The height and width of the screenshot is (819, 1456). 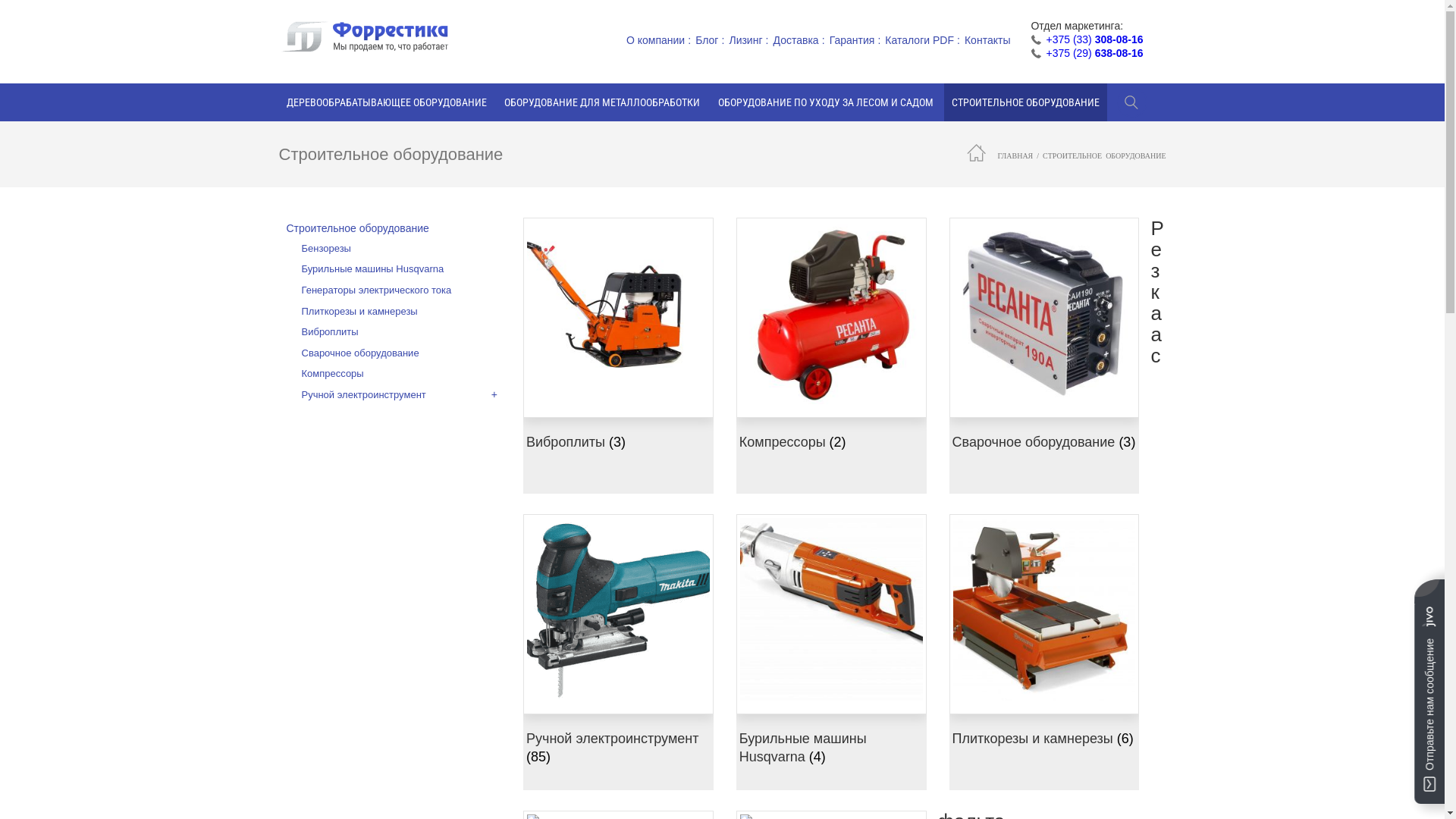 I want to click on '+375 (29) 638-08-16', so click(x=1094, y=52).